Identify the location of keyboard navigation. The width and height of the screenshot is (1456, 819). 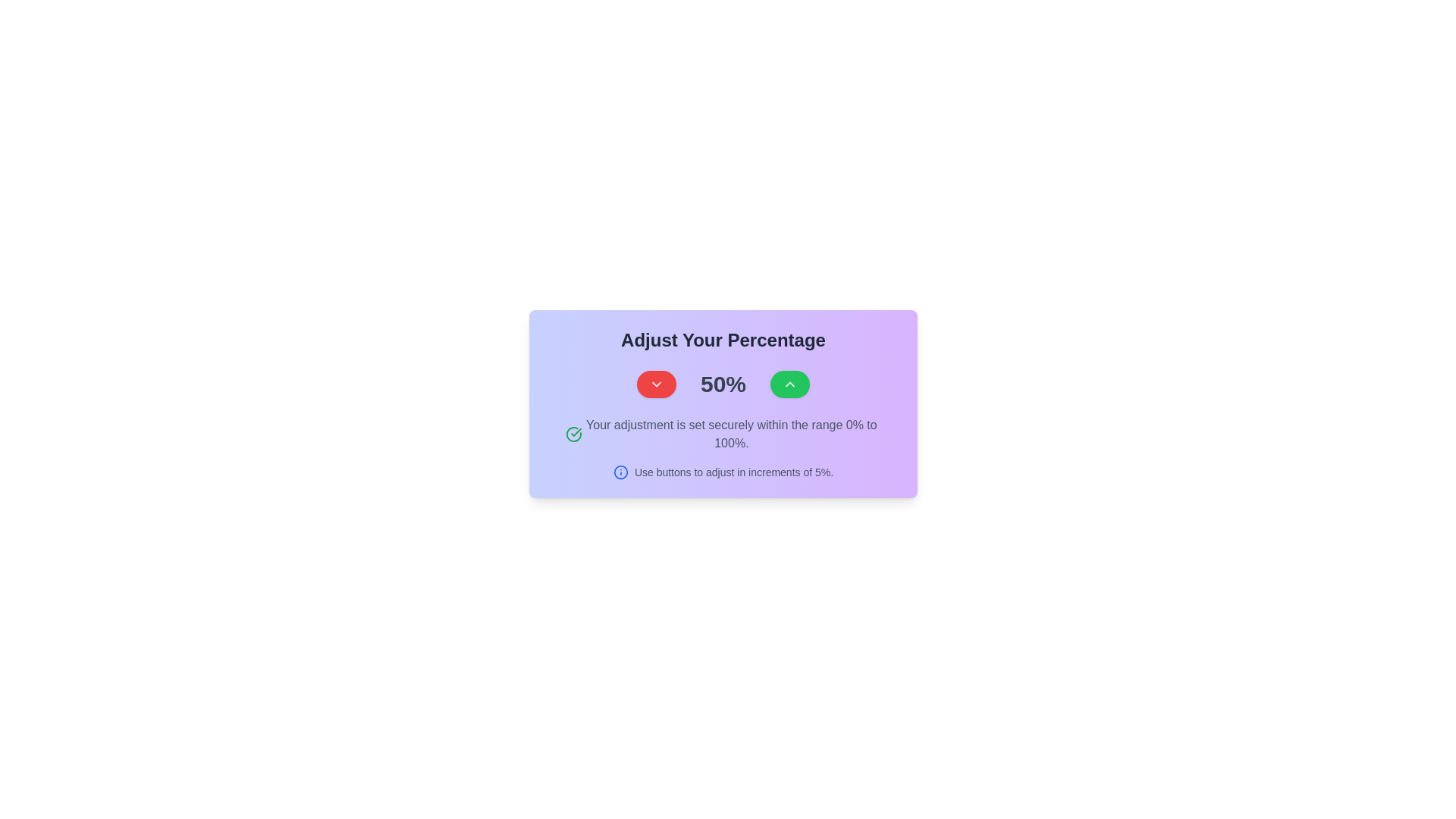
(789, 383).